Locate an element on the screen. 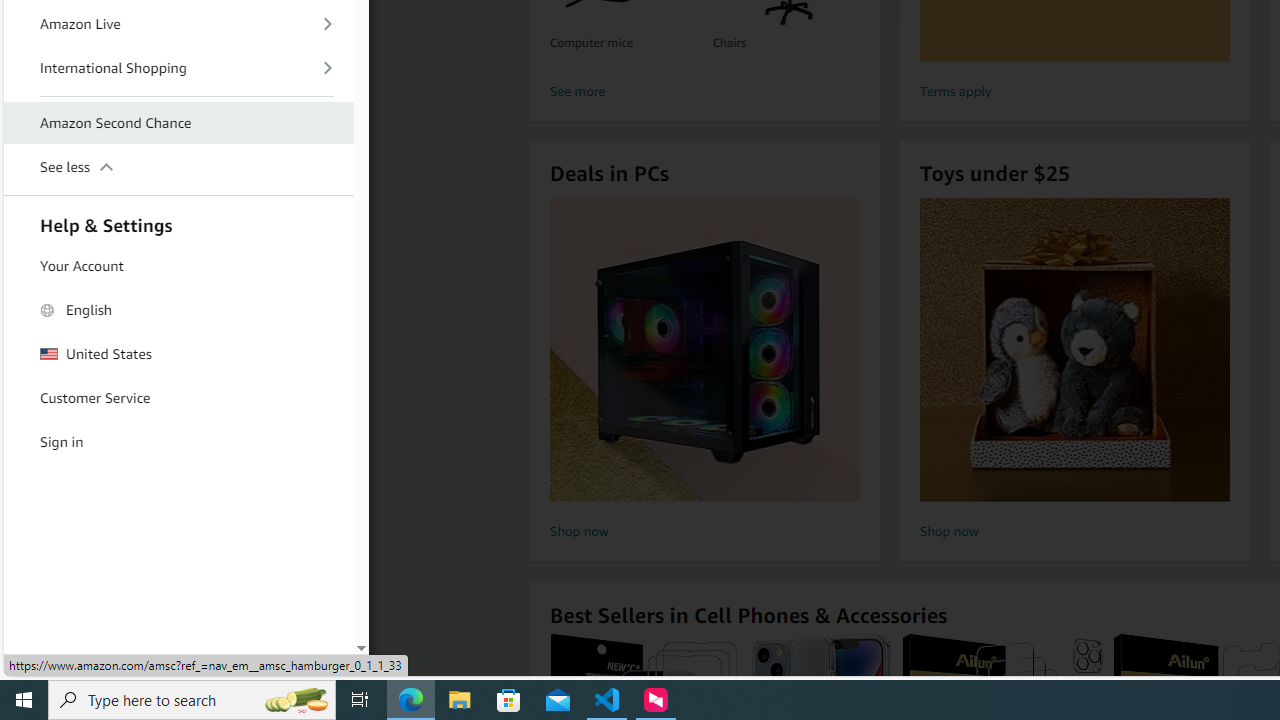 This screenshot has height=720, width=1280. 'Customer Service' is located at coordinates (179, 398).